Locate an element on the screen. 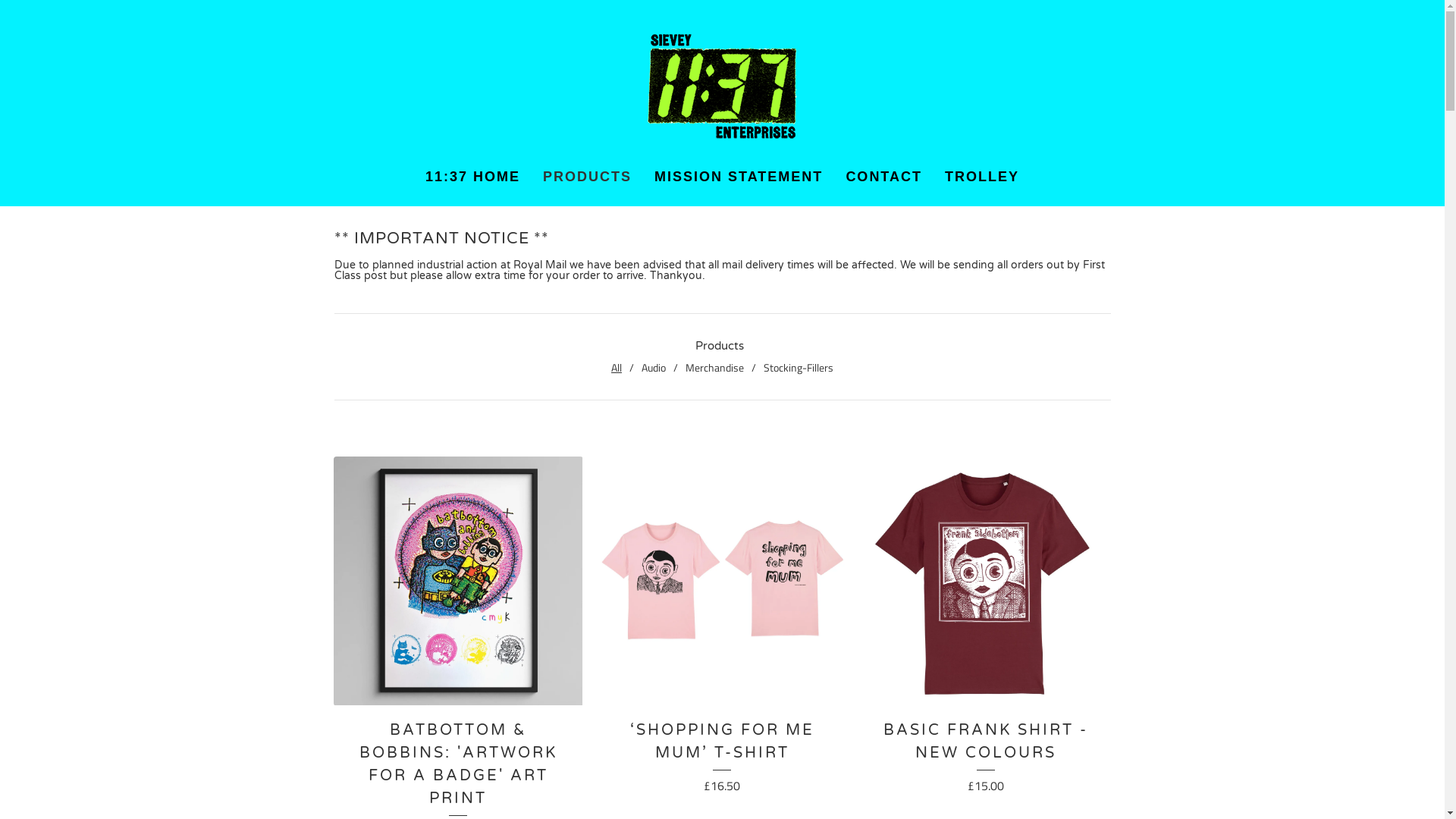  'Home' is located at coordinates (720, 86).